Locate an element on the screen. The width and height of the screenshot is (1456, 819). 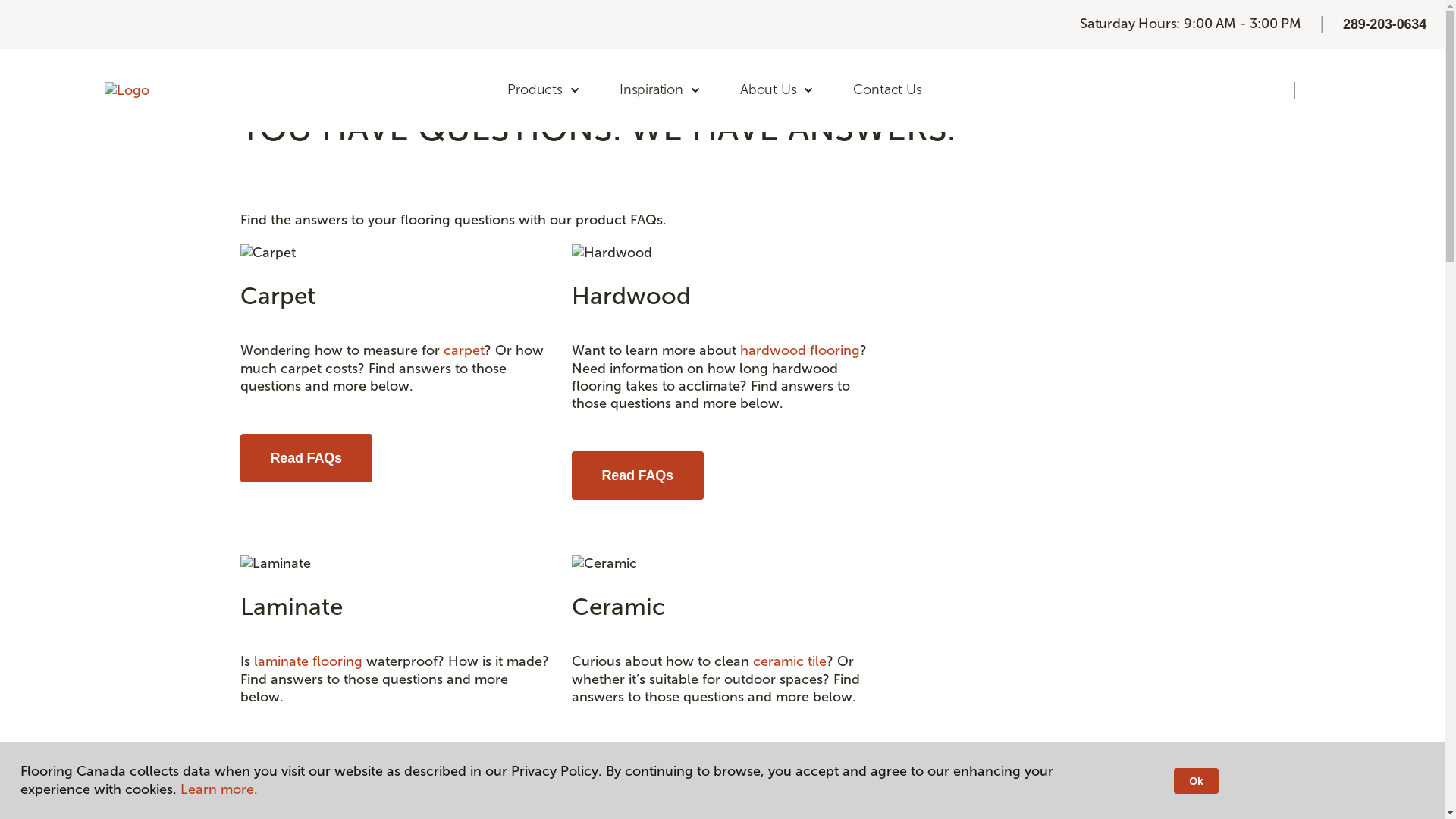
'Inspiration' is located at coordinates (660, 90).